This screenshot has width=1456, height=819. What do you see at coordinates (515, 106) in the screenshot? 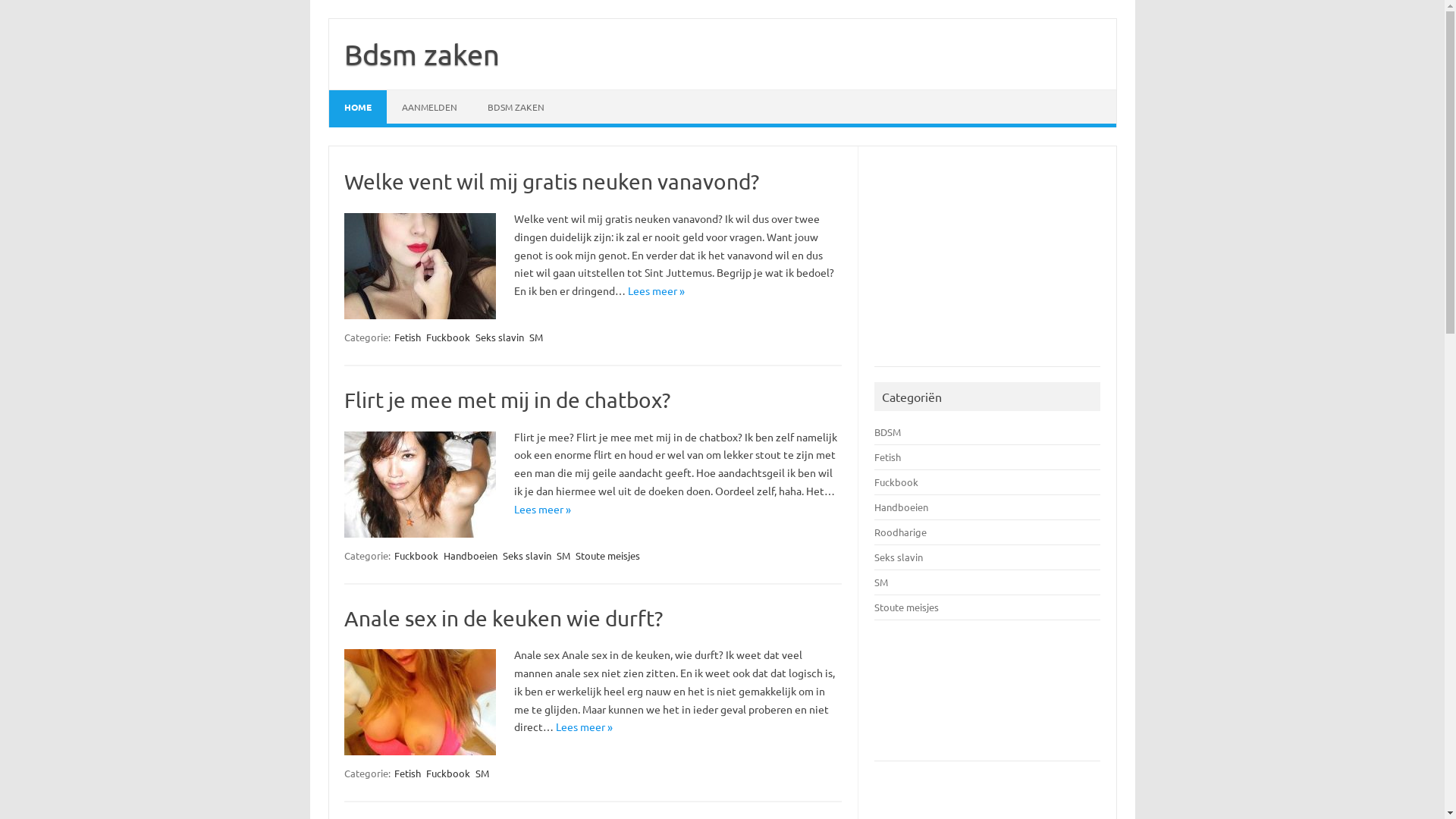
I see `'BDSM ZAKEN'` at bounding box center [515, 106].